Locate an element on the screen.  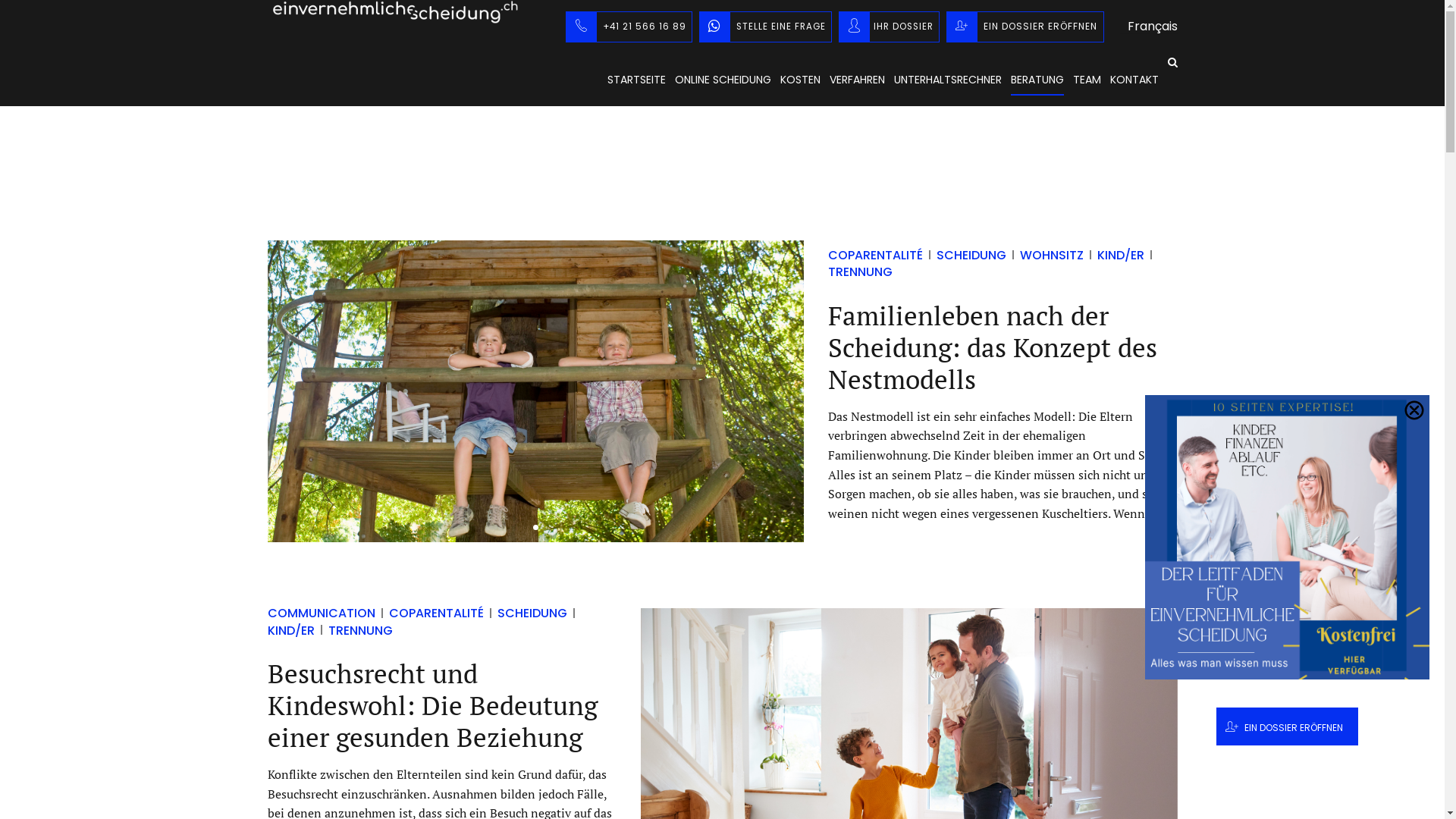
'KOSTEN' is located at coordinates (799, 79).